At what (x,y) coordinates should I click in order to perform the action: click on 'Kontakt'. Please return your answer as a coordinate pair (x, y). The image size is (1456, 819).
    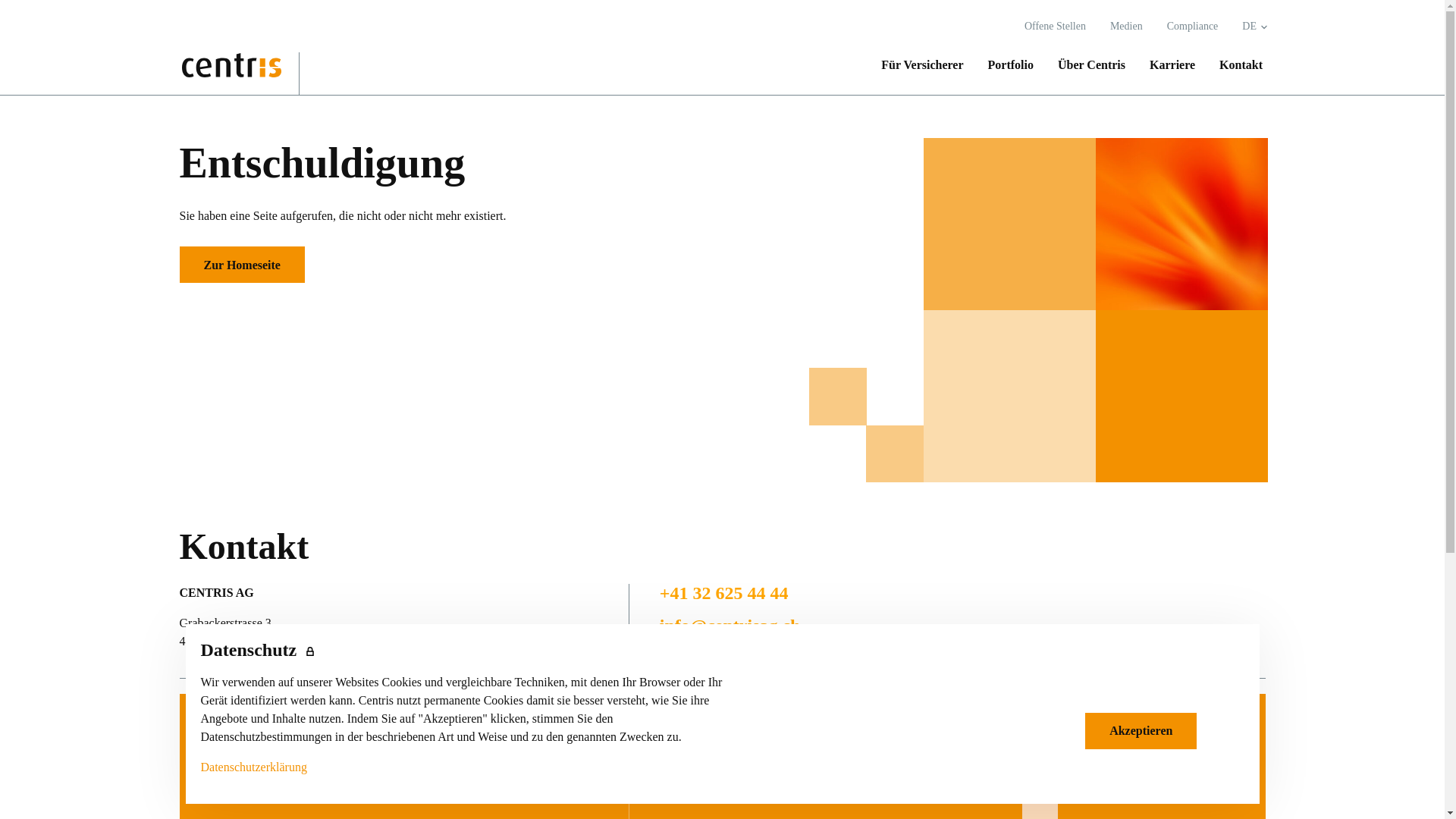
    Looking at the image, I should click on (1207, 64).